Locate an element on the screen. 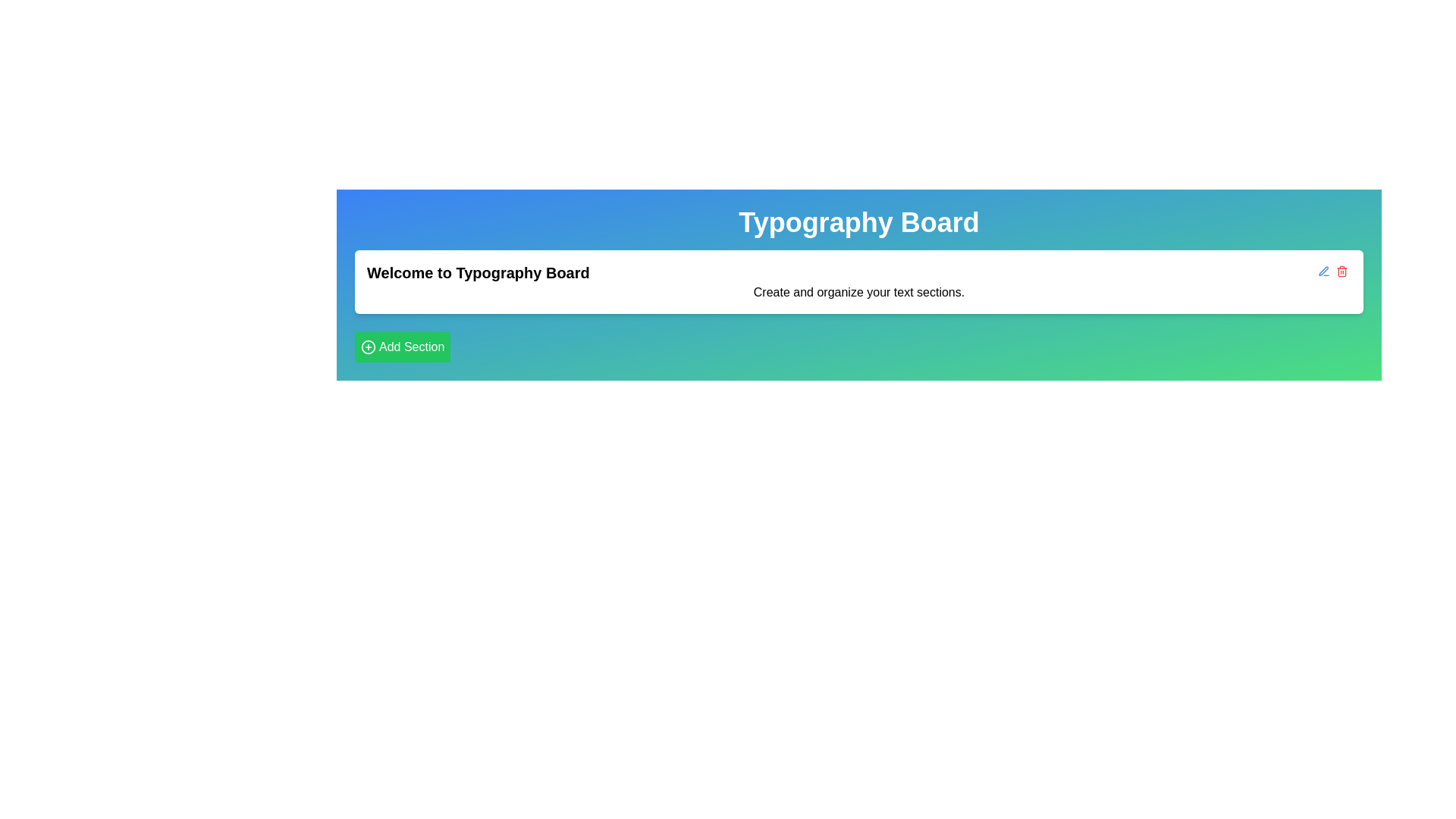  the Trash icon button located in the header of the card-like component, adjacent to the blue pencil icon is located at coordinates (1342, 271).